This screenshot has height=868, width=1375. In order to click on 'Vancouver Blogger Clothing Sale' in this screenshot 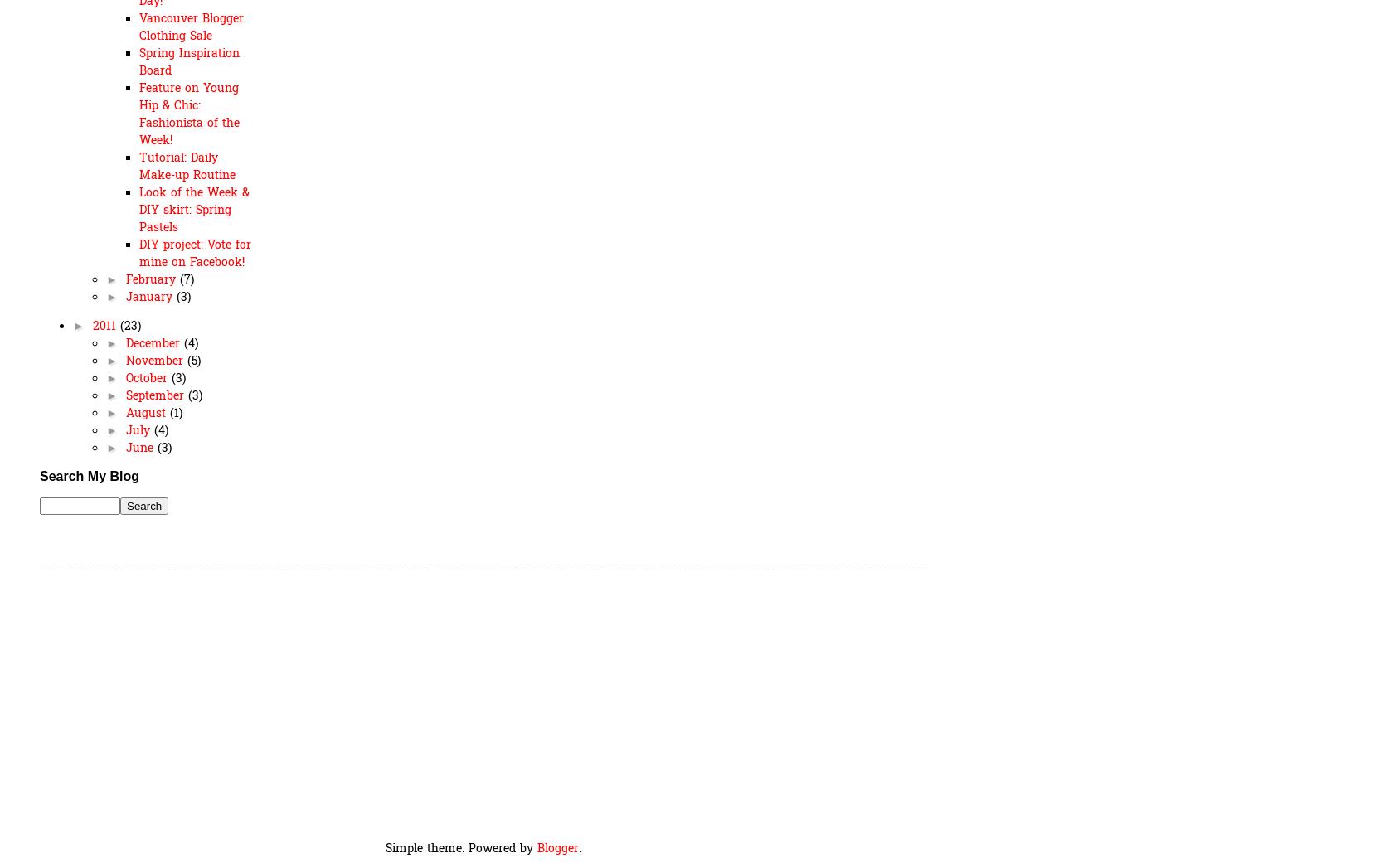, I will do `click(191, 26)`.